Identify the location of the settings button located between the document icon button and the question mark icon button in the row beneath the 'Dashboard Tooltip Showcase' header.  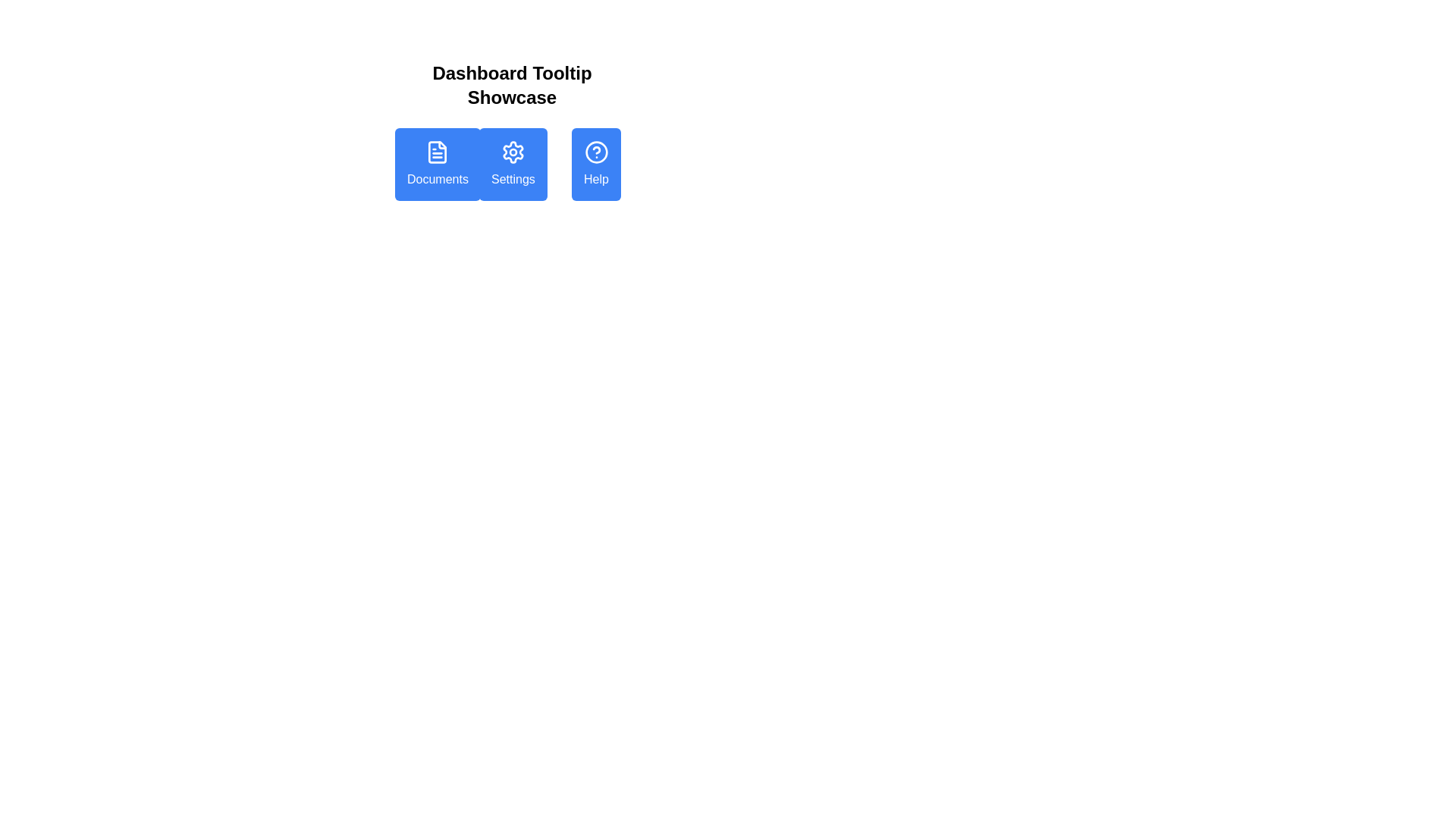
(512, 130).